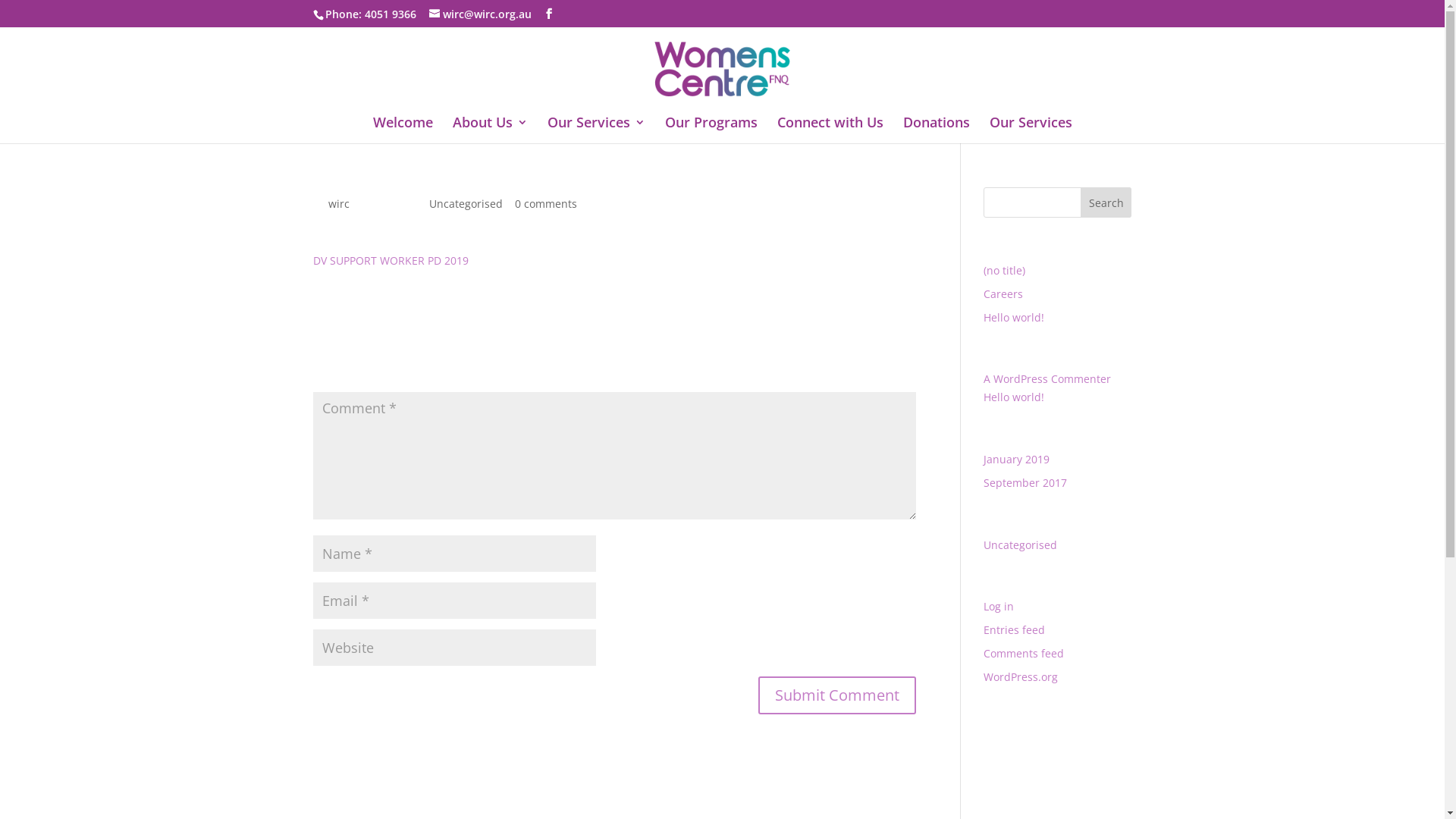  Describe the element at coordinates (545, 202) in the screenshot. I see `'0 comments'` at that location.